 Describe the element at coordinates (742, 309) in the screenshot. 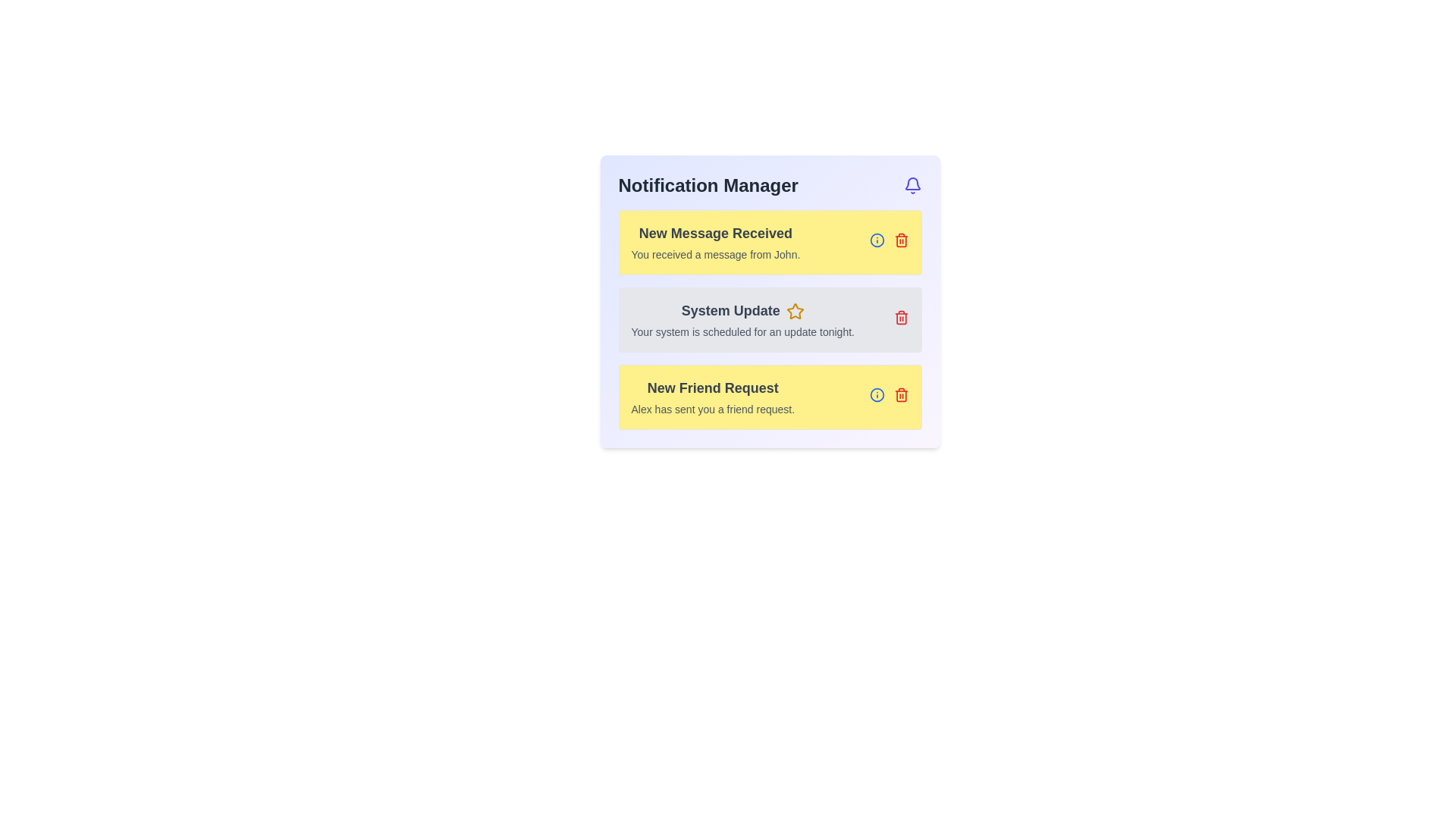

I see `the text label displaying 'System Update' in a bold, large font inside the notification box, which is positioned in the 'Notification Manager' panel` at that location.